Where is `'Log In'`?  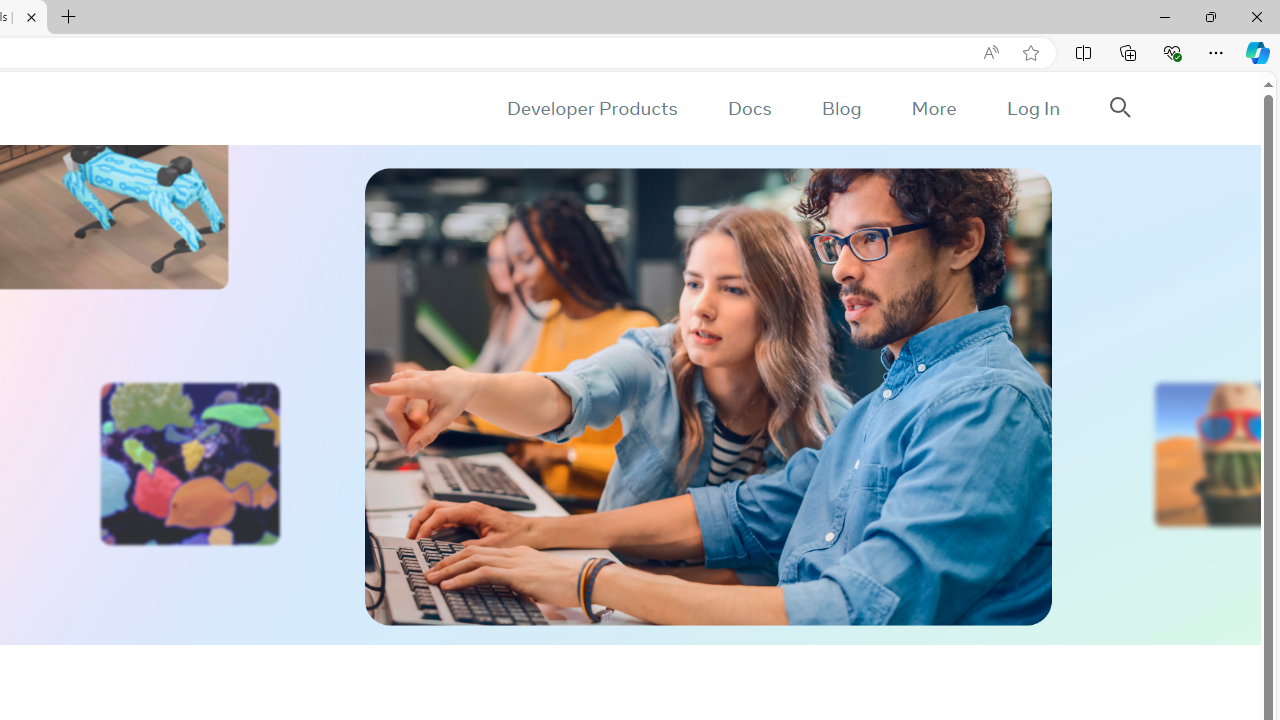
'Log In' is located at coordinates (1032, 108).